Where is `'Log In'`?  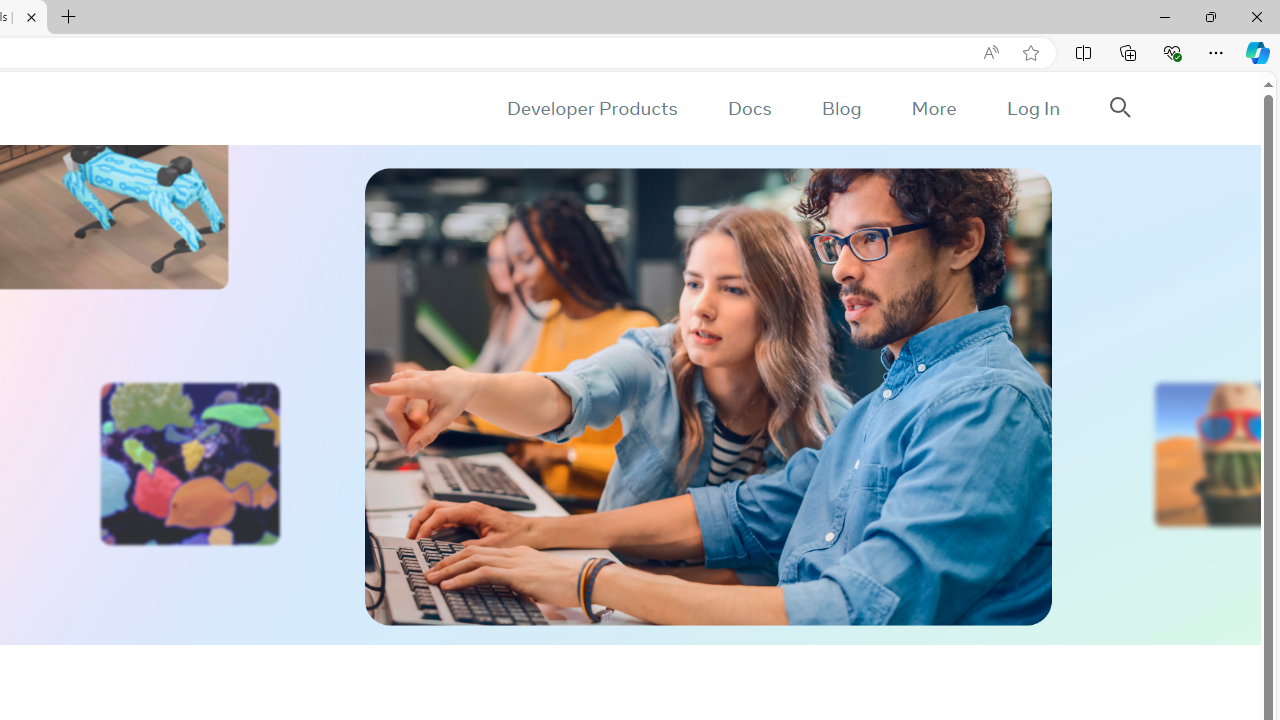
'Log In' is located at coordinates (1032, 108).